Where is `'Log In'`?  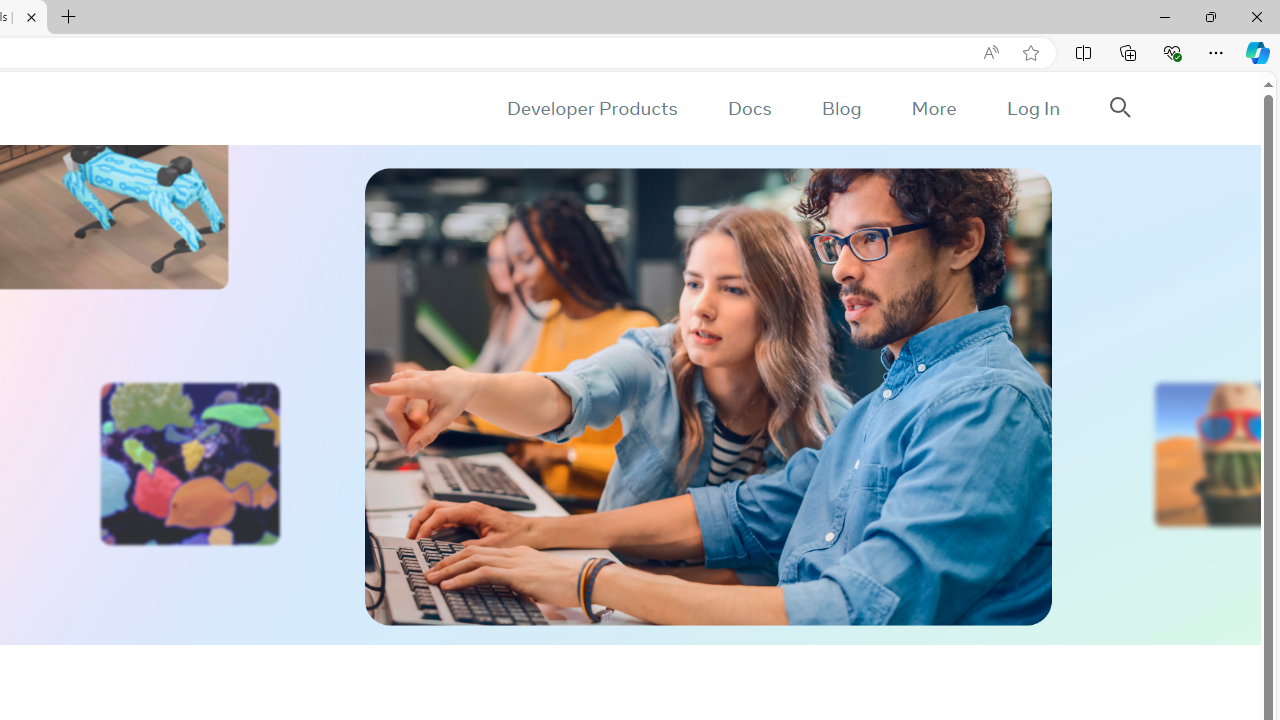
'Log In' is located at coordinates (1032, 108).